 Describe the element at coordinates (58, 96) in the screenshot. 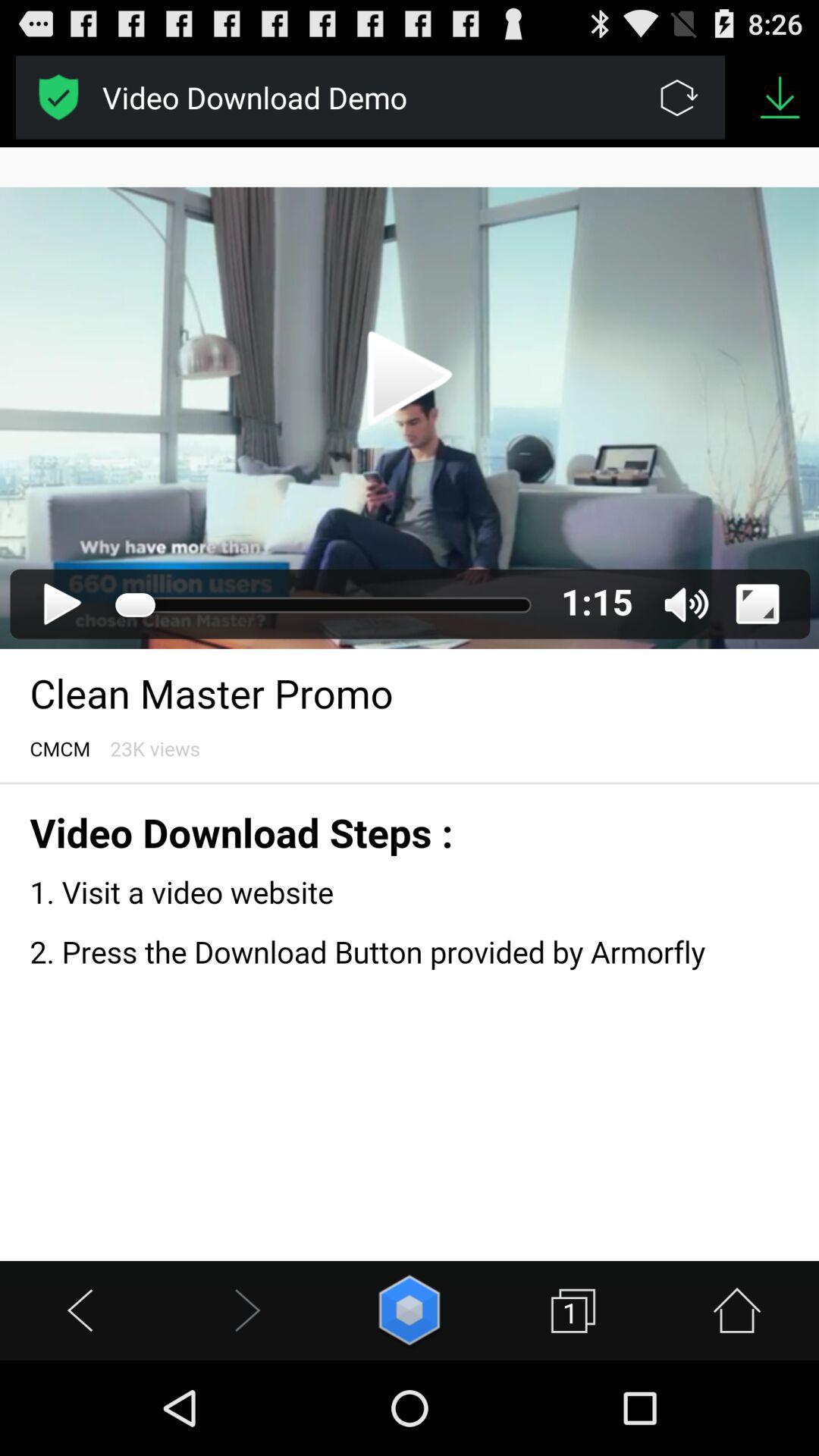

I see `right option box` at that location.